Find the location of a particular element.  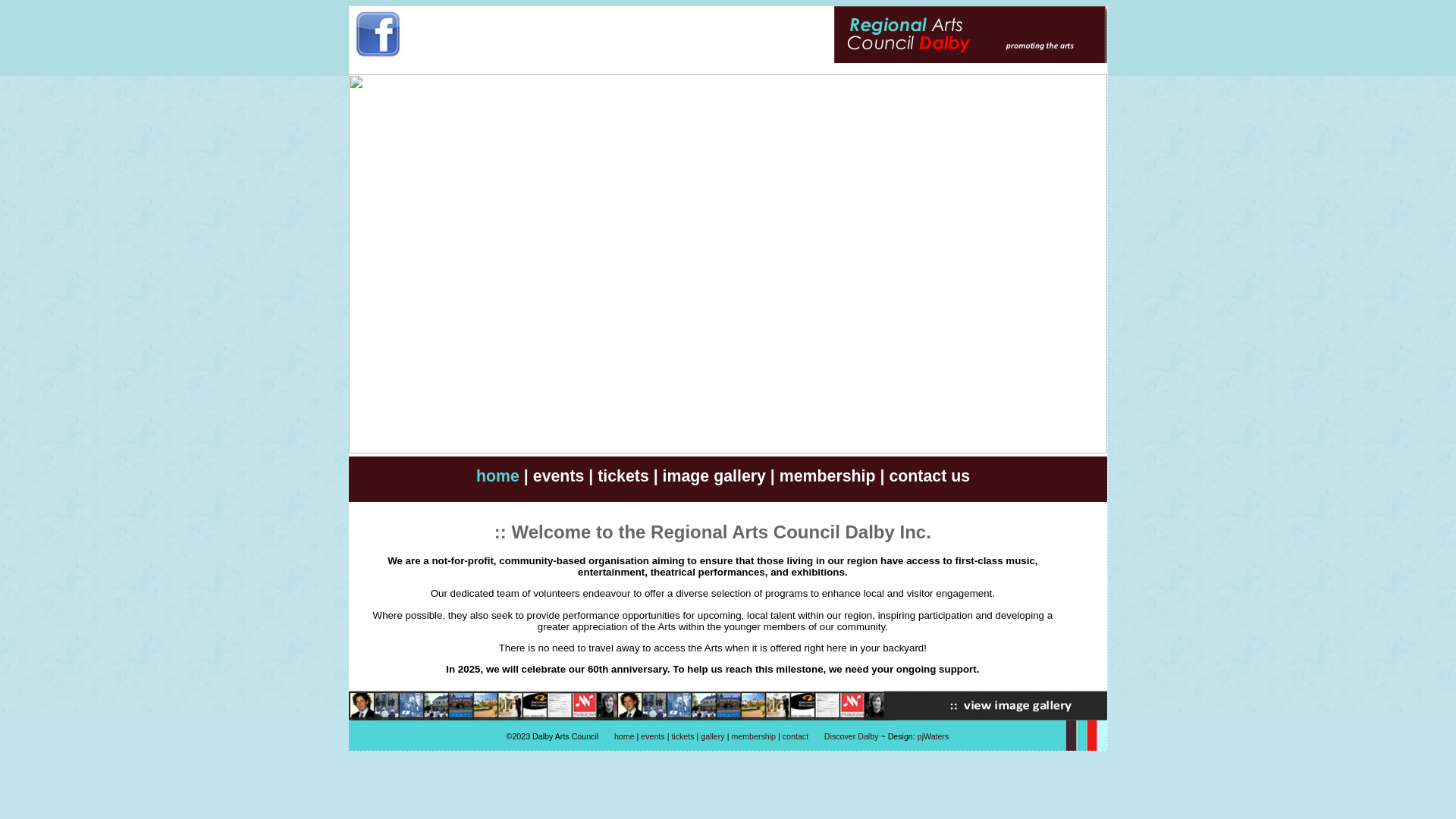

'events' is located at coordinates (652, 736).